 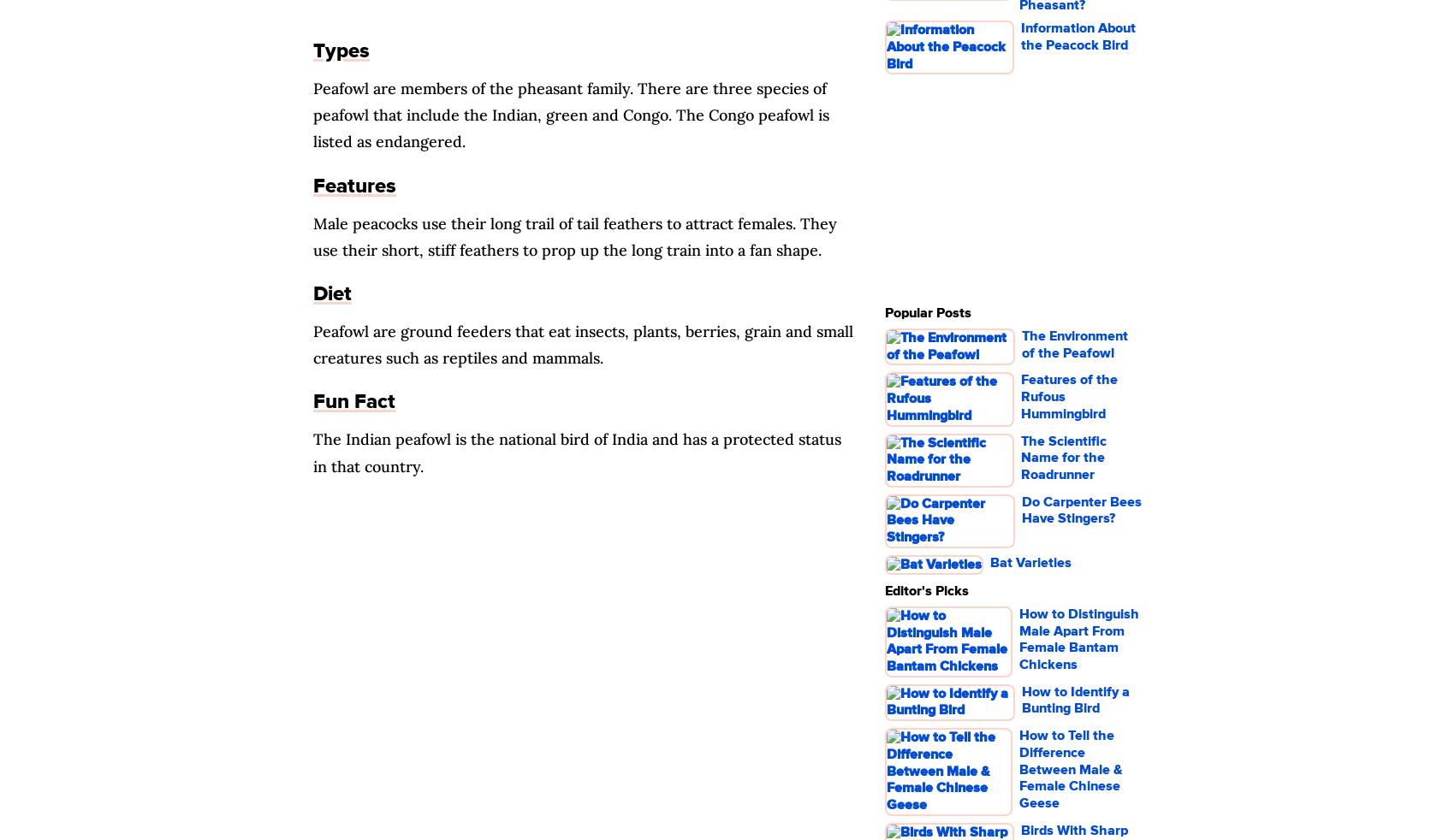 I want to click on 'How to Distinguish Male Apart From Female Bantam Chickens', so click(x=1078, y=639).